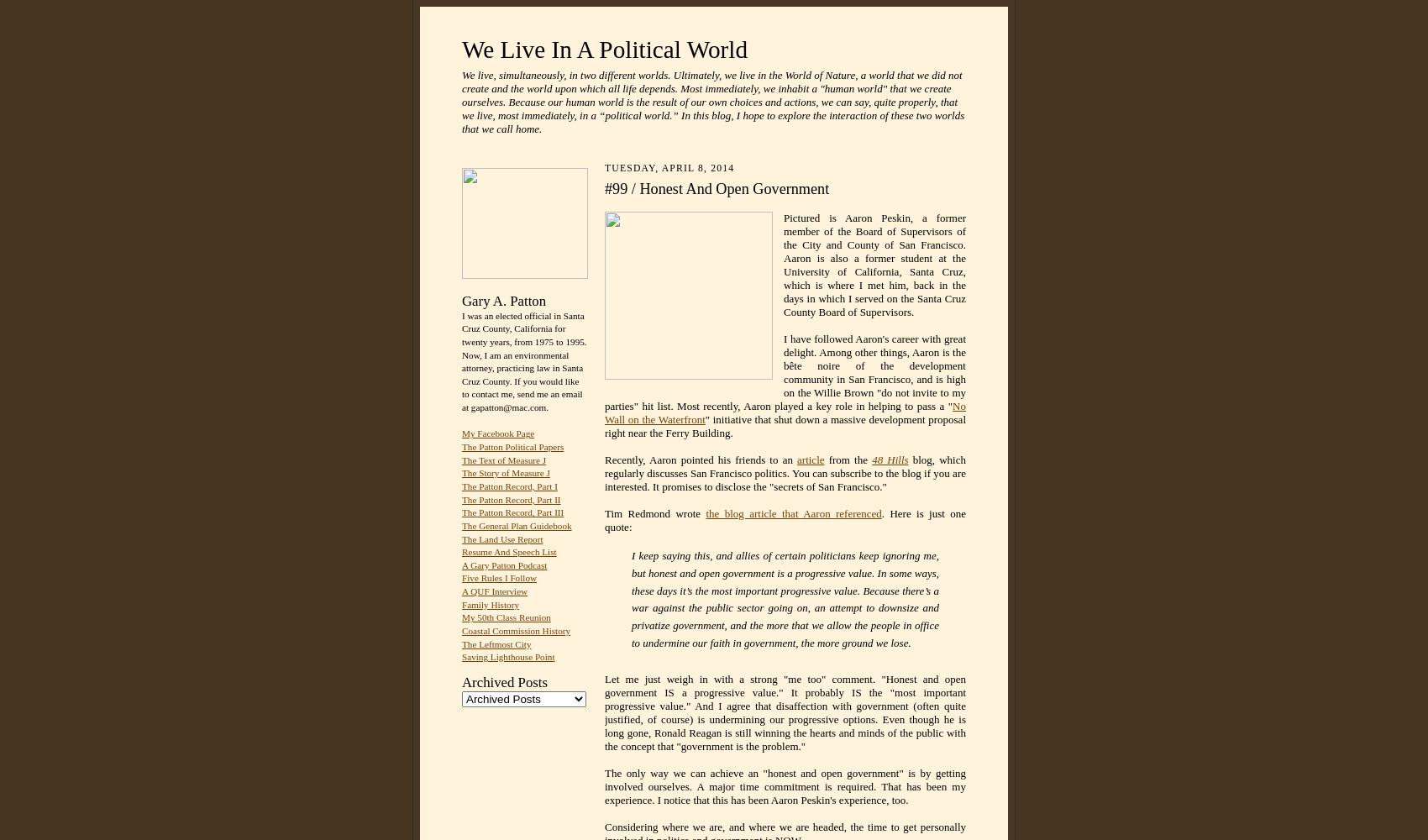 Image resolution: width=1428 pixels, height=840 pixels. I want to click on '#99 / Honest And Open Government', so click(717, 188).